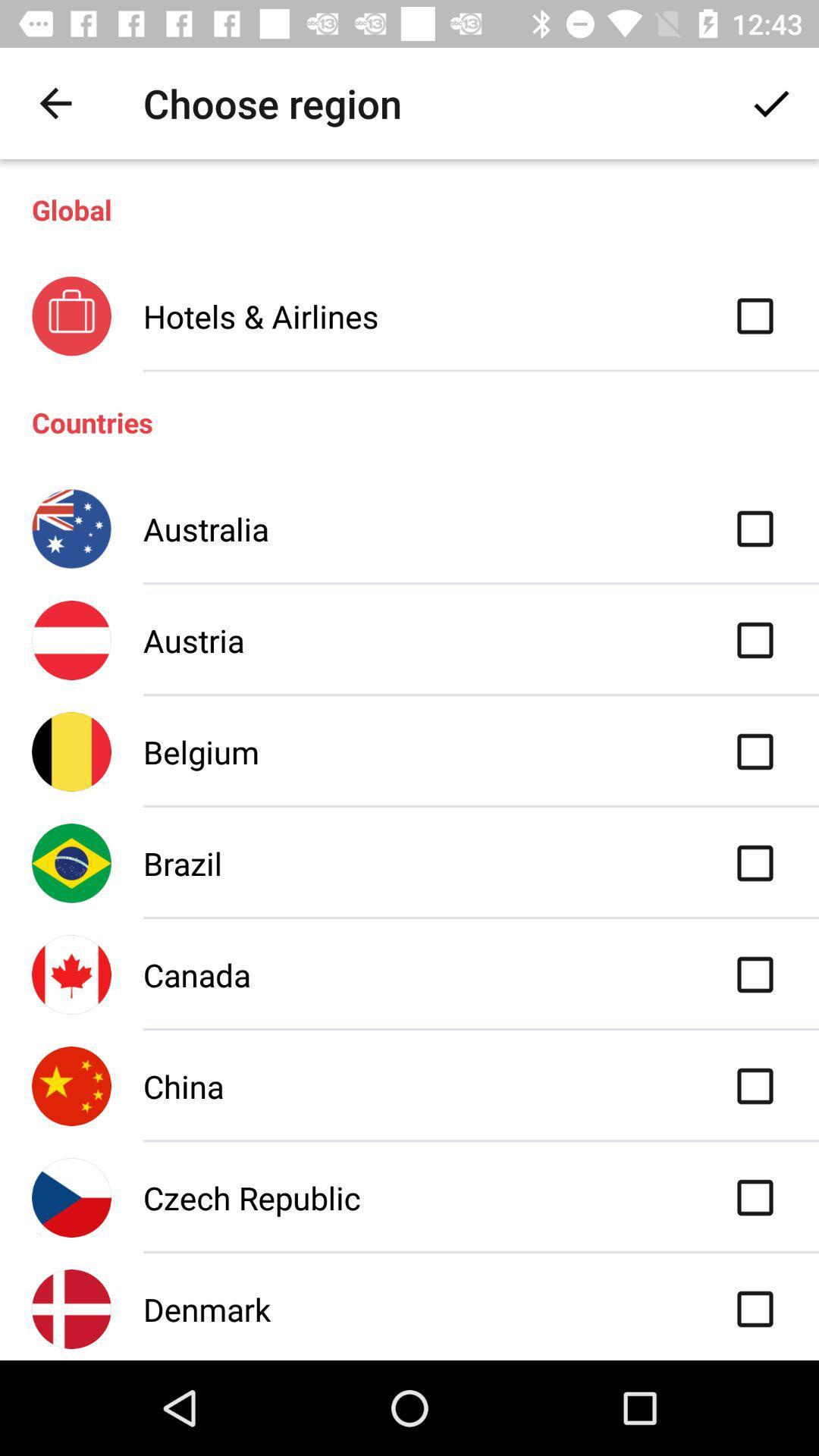 The image size is (819, 1456). Describe the element at coordinates (55, 102) in the screenshot. I see `the icon above global item` at that location.